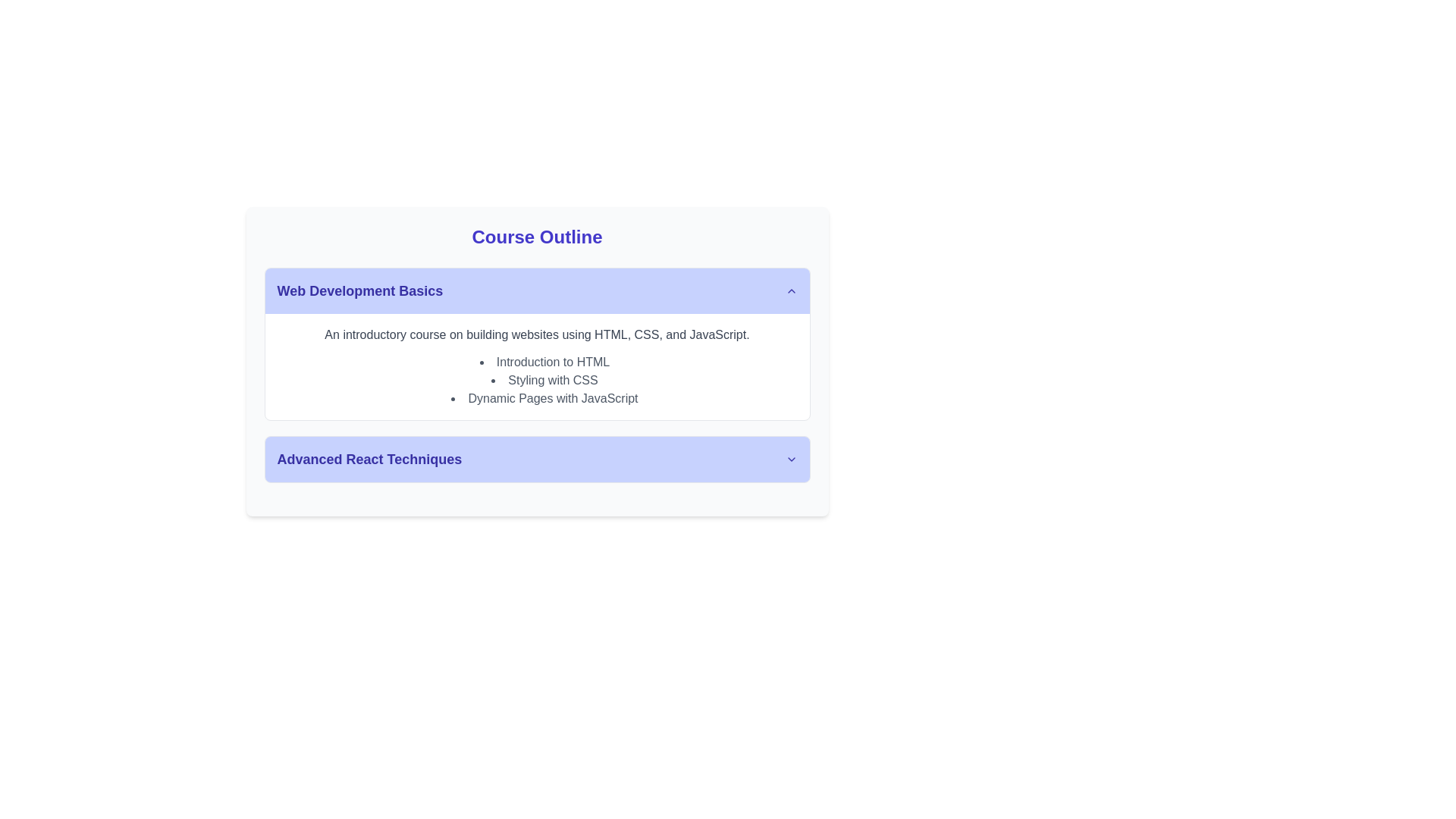 The height and width of the screenshot is (819, 1456). What do you see at coordinates (537, 237) in the screenshot?
I see `the 'Course Outline' text element, which is styled with a bold, large font in deep indigo color and is positioned centrally at the top of the panel layout` at bounding box center [537, 237].